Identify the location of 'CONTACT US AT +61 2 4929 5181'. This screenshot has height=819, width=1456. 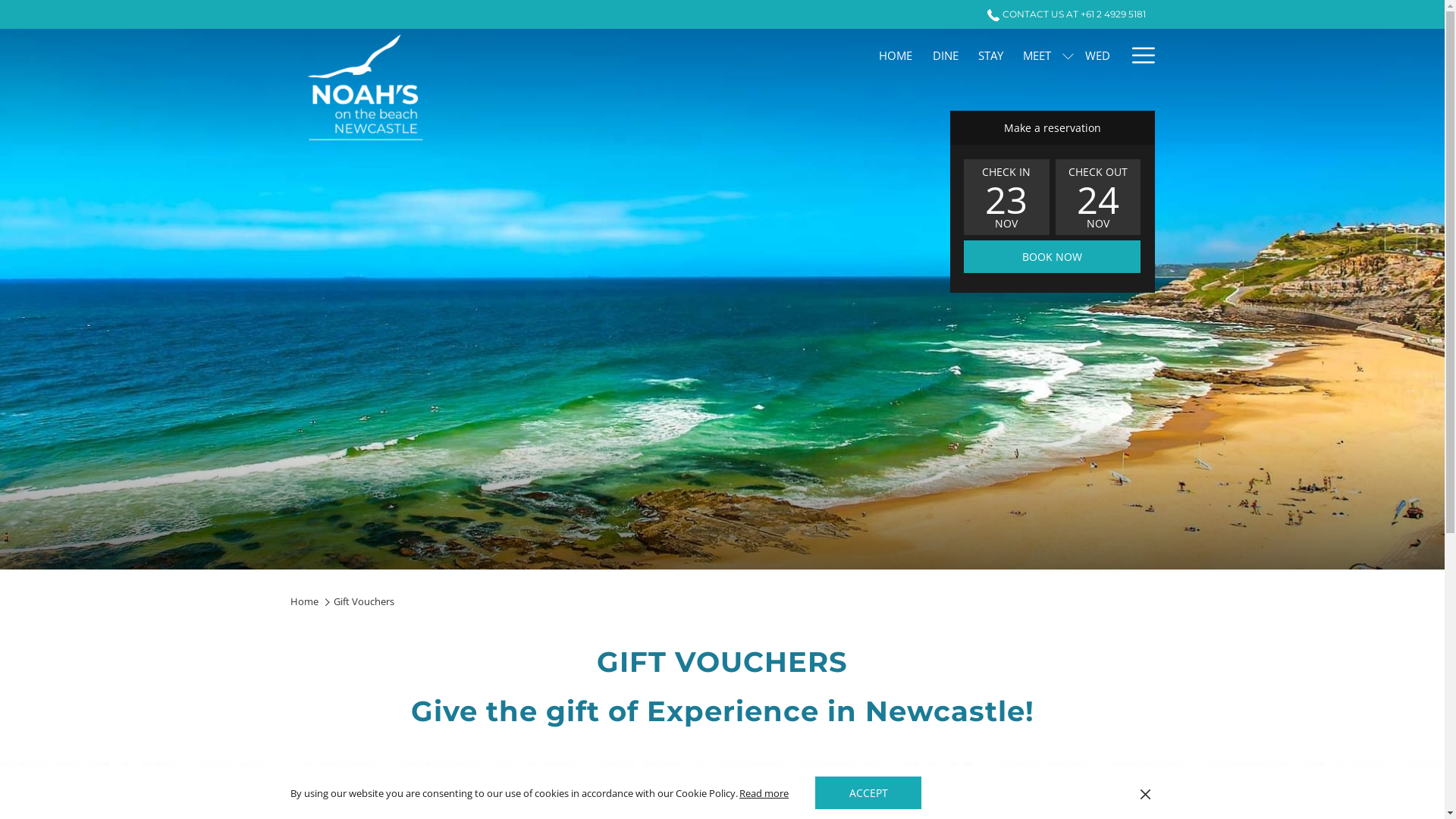
(1061, 14).